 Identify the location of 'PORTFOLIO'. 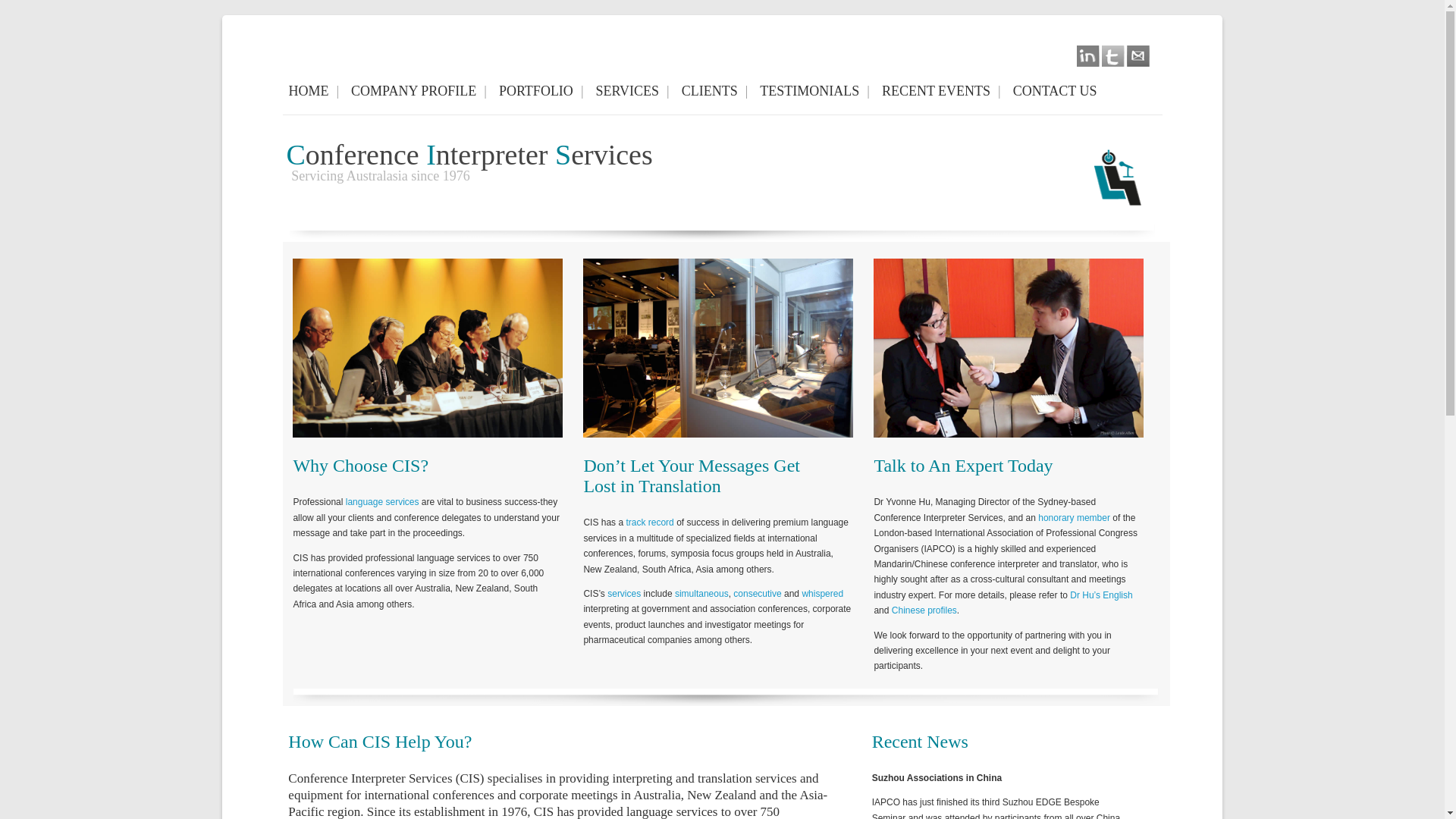
(541, 91).